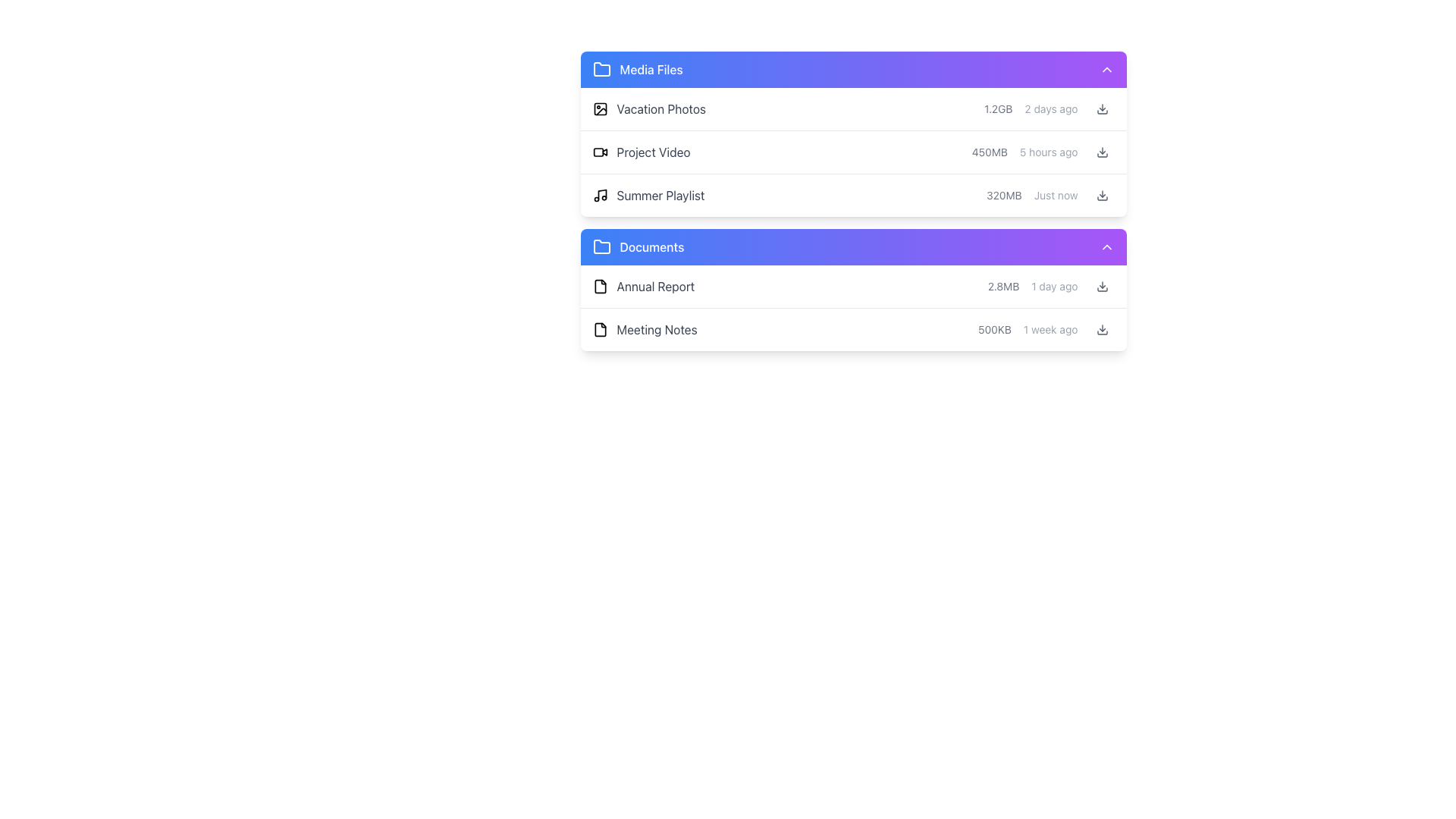 The image size is (1456, 819). What do you see at coordinates (651, 246) in the screenshot?
I see `text label indicating the content category as 'Documents' located next to the folder icon in the file management interface` at bounding box center [651, 246].